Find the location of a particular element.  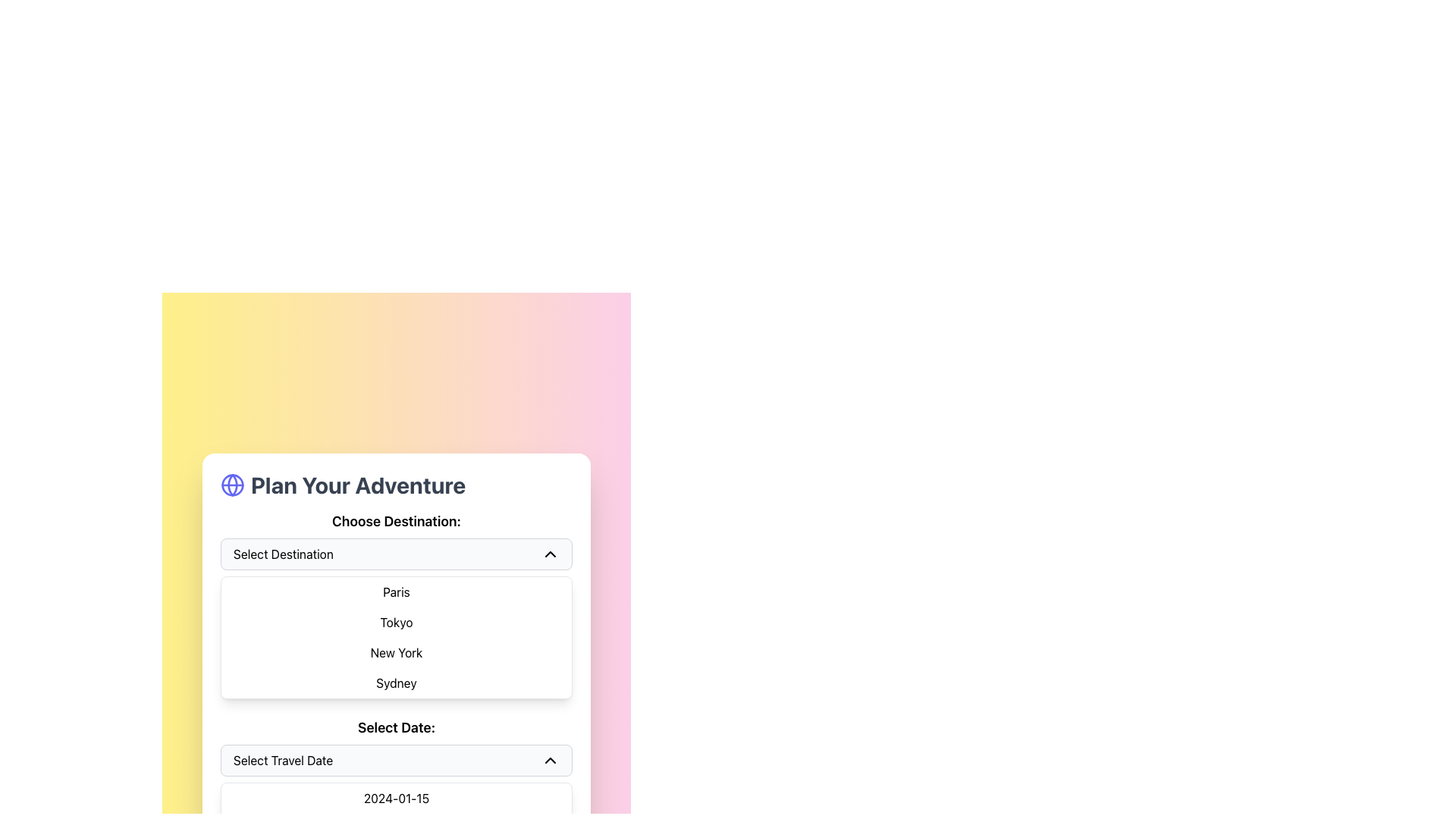

the dropdown menu list item containing city names such as Paris, Tokyo, New York, or Sydney is located at coordinates (397, 637).